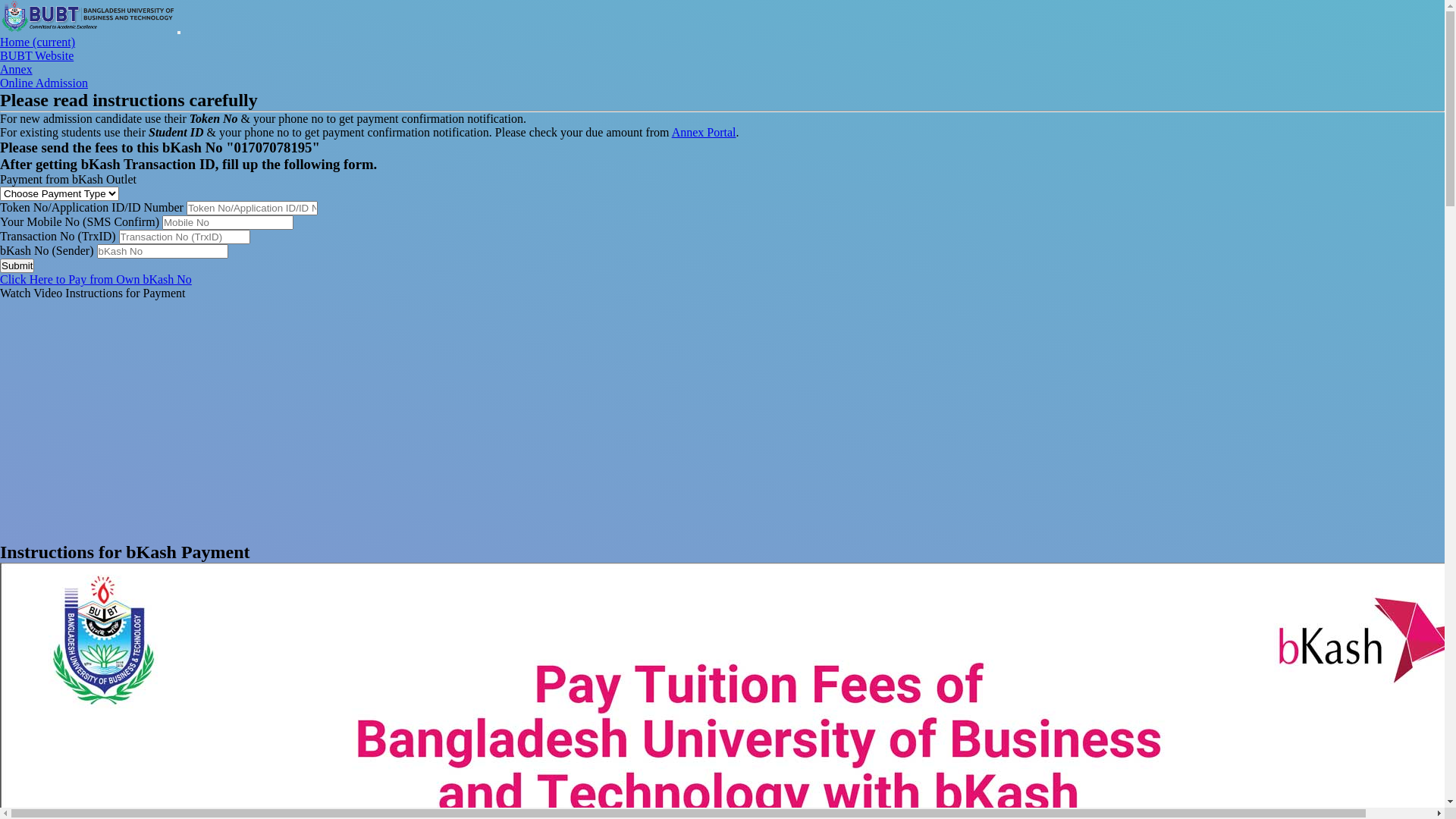  I want to click on 'BUBT Website', so click(0, 55).